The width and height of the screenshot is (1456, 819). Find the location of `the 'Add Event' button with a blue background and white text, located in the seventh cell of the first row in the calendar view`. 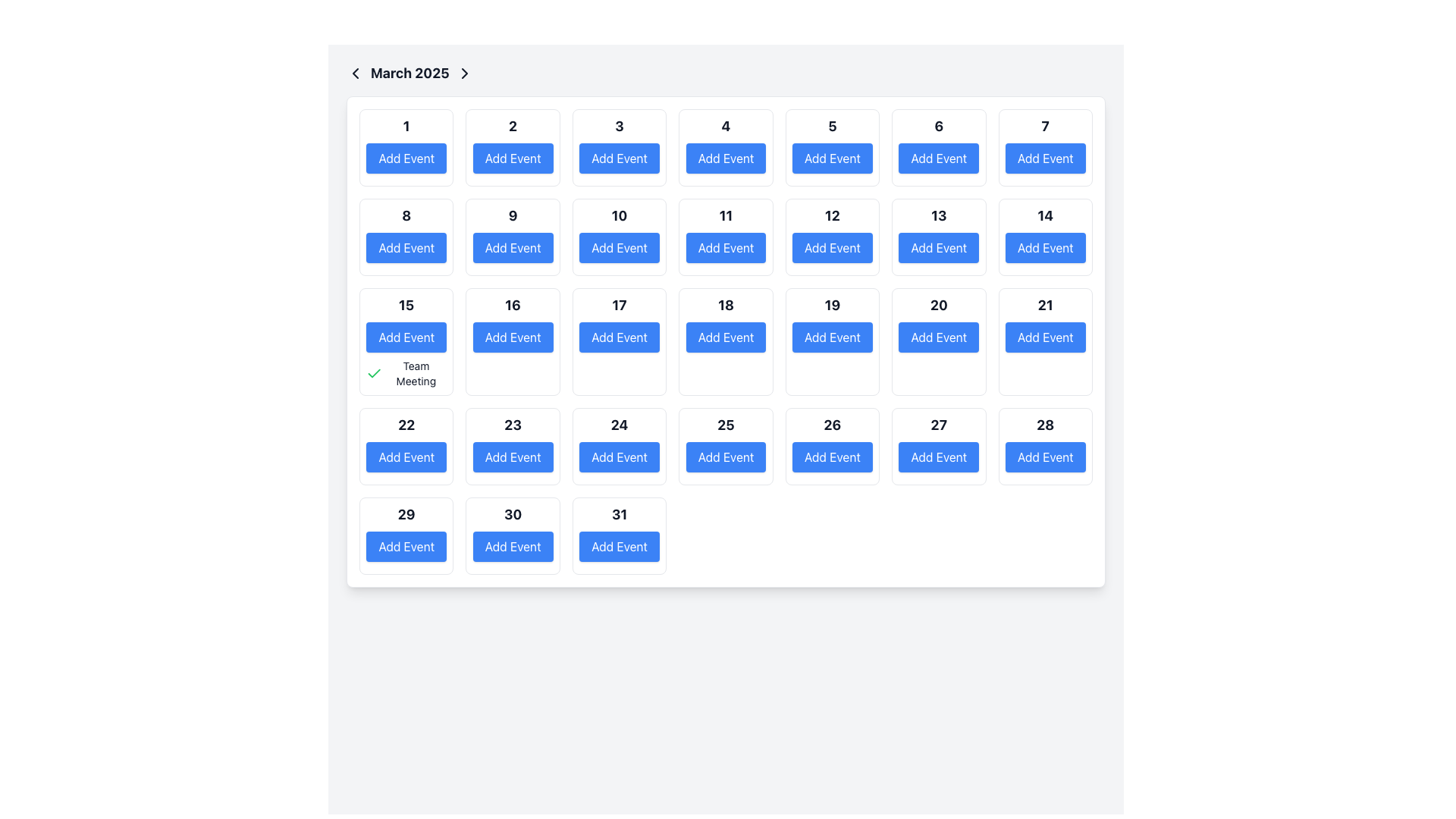

the 'Add Event' button with a blue background and white text, located in the seventh cell of the first row in the calendar view is located at coordinates (1044, 148).